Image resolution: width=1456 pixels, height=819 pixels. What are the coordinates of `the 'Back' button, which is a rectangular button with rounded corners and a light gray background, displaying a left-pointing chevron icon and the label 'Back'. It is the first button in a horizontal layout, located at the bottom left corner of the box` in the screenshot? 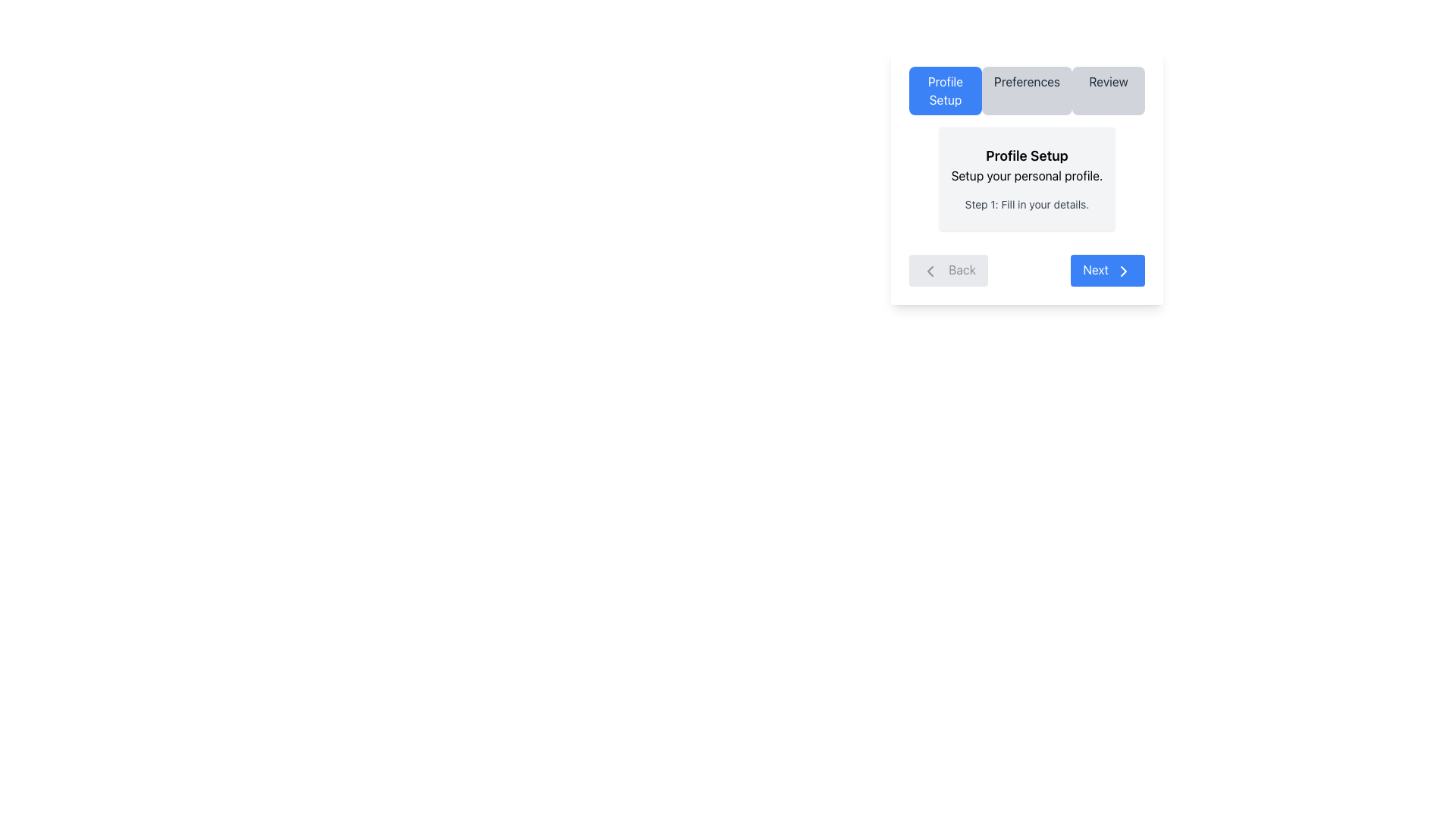 It's located at (947, 269).